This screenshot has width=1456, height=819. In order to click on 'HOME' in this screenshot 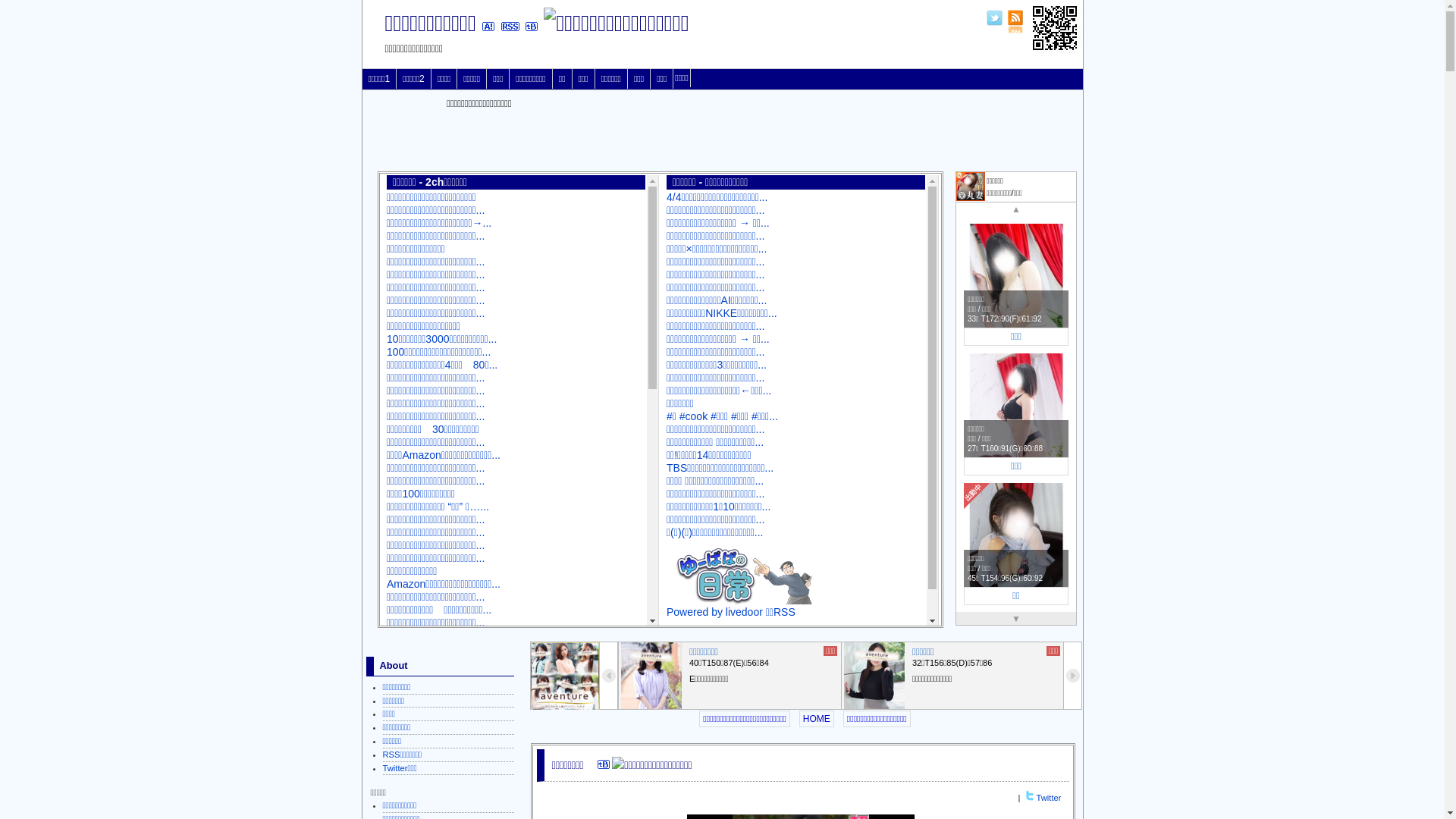, I will do `click(815, 718)`.